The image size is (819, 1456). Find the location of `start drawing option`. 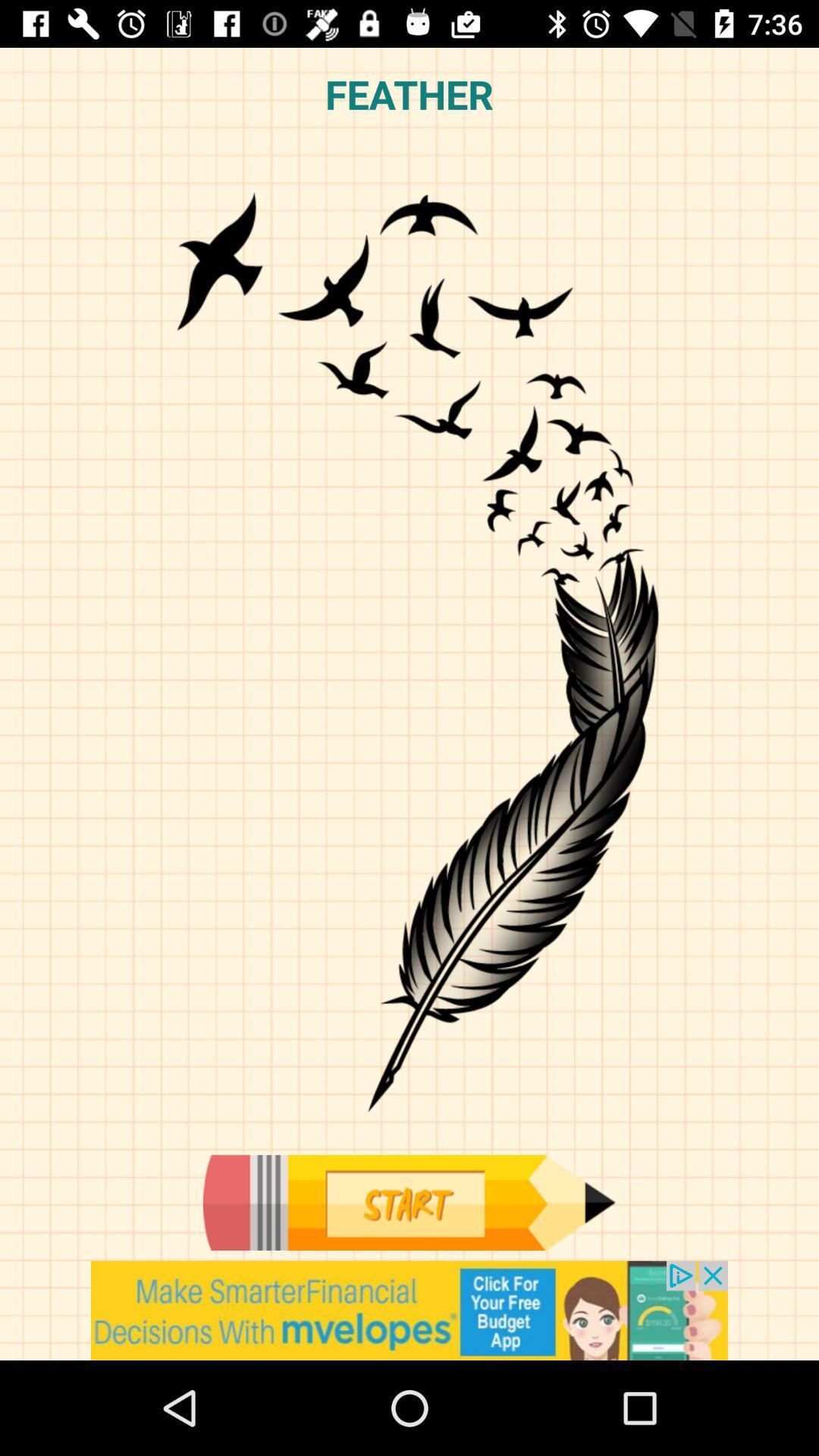

start drawing option is located at coordinates (408, 1202).